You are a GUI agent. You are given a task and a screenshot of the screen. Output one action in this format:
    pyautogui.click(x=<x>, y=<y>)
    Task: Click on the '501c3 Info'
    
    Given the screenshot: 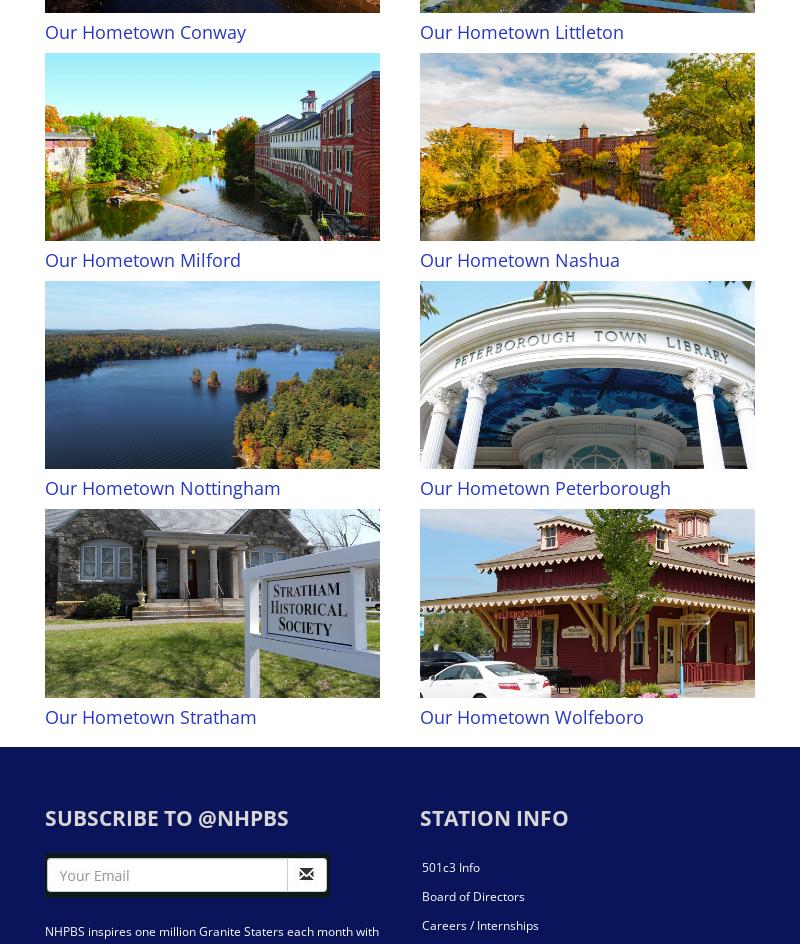 What is the action you would take?
    pyautogui.click(x=449, y=866)
    